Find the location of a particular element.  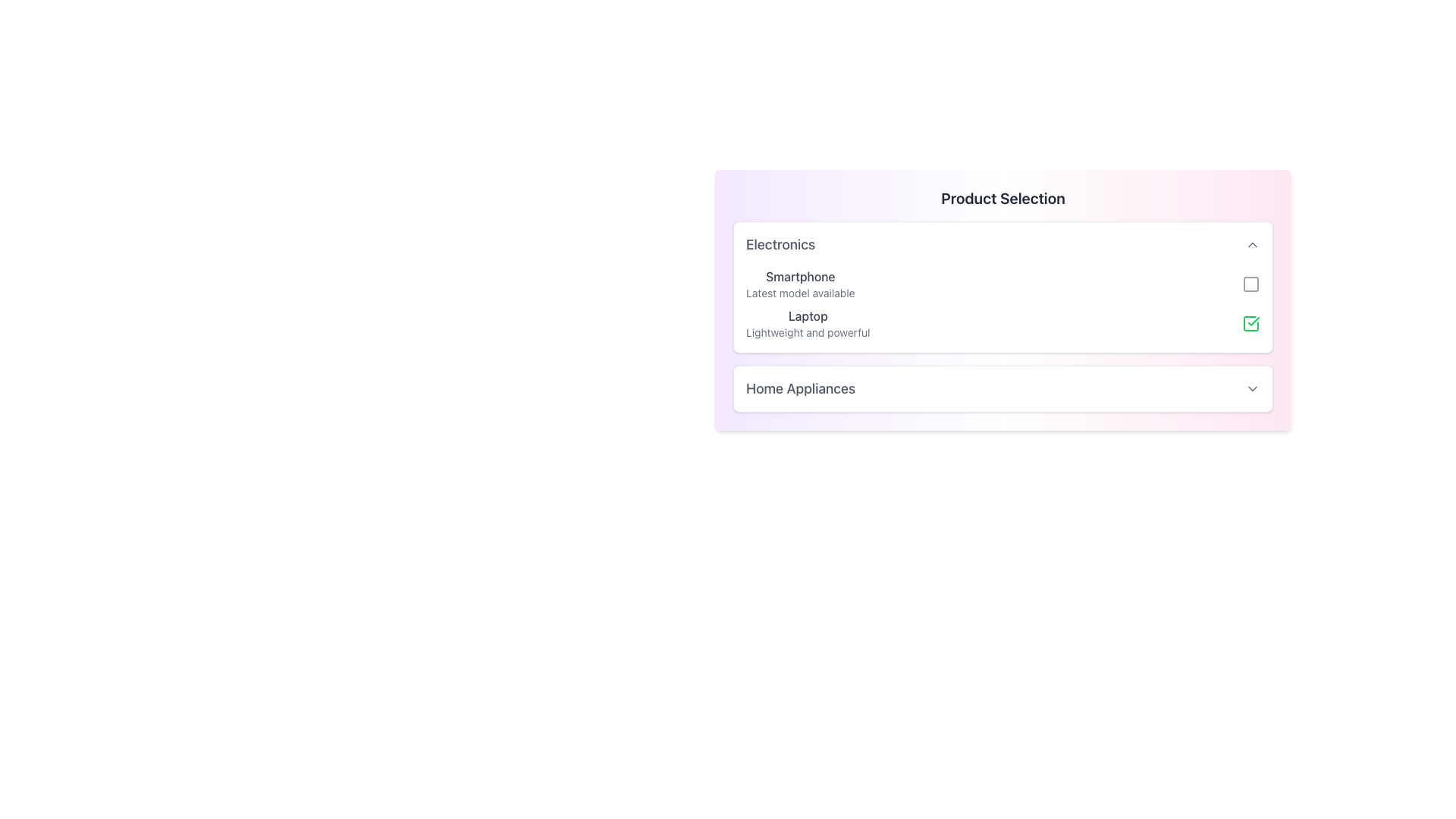

the text label that reads 'Laptop', which is styled in gray and is located under the 'Electronics' category section is located at coordinates (807, 315).